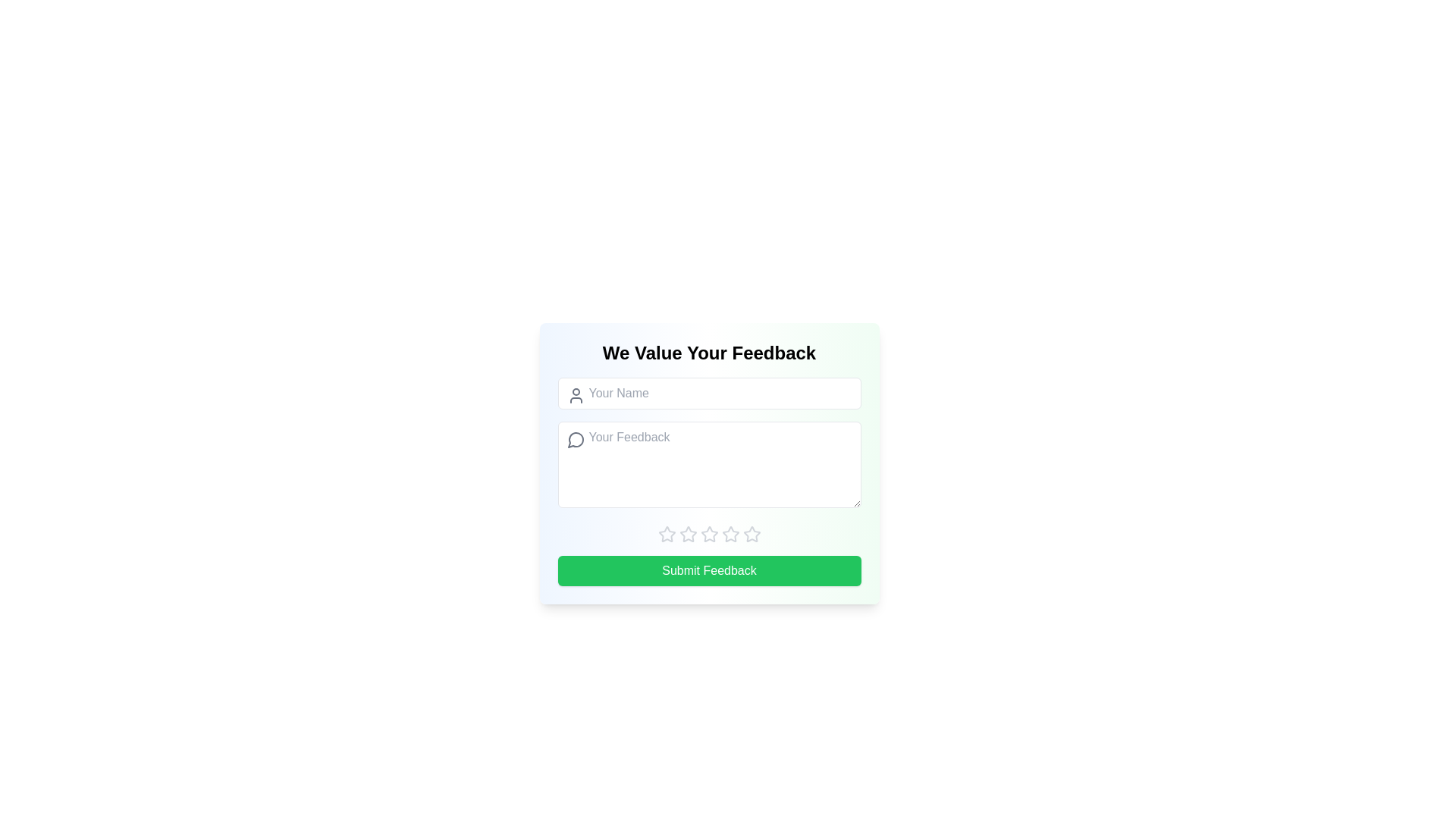  I want to click on the third star icon in the 1-5 star rating system, so click(708, 533).